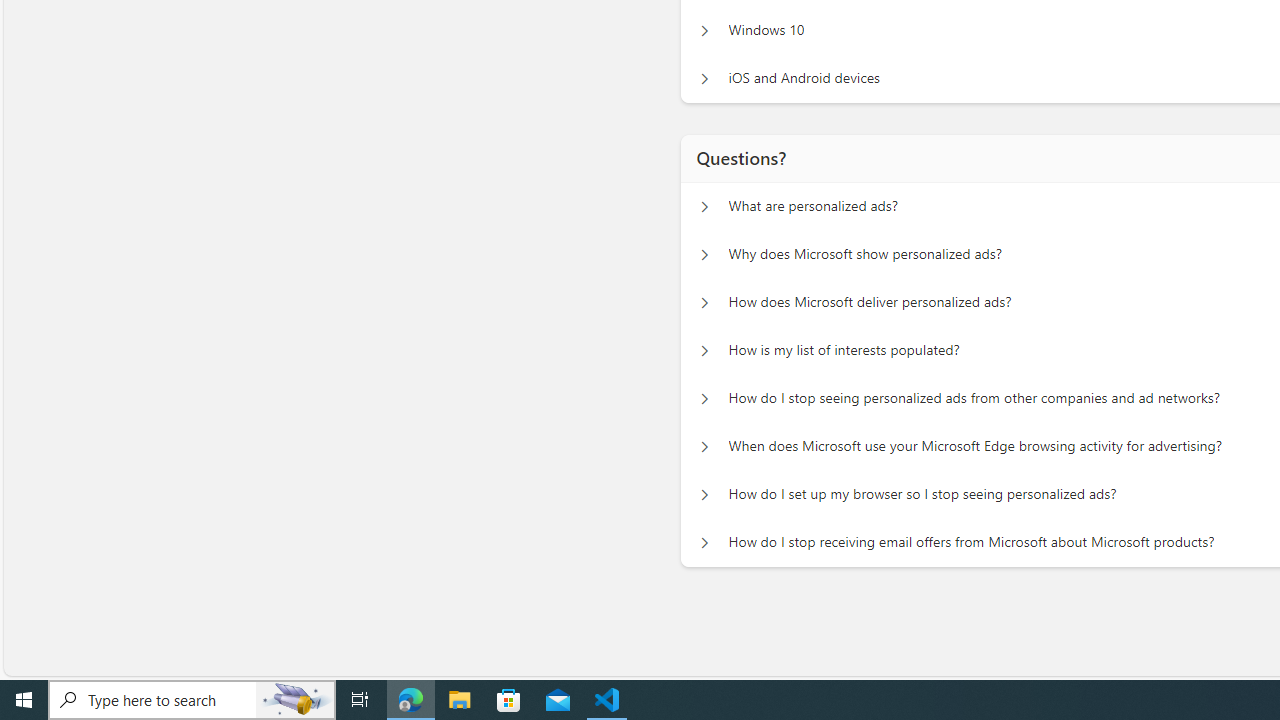 This screenshot has height=720, width=1280. Describe the element at coordinates (704, 303) in the screenshot. I see `'Questions? How does Microsoft deliver personalized ads?'` at that location.